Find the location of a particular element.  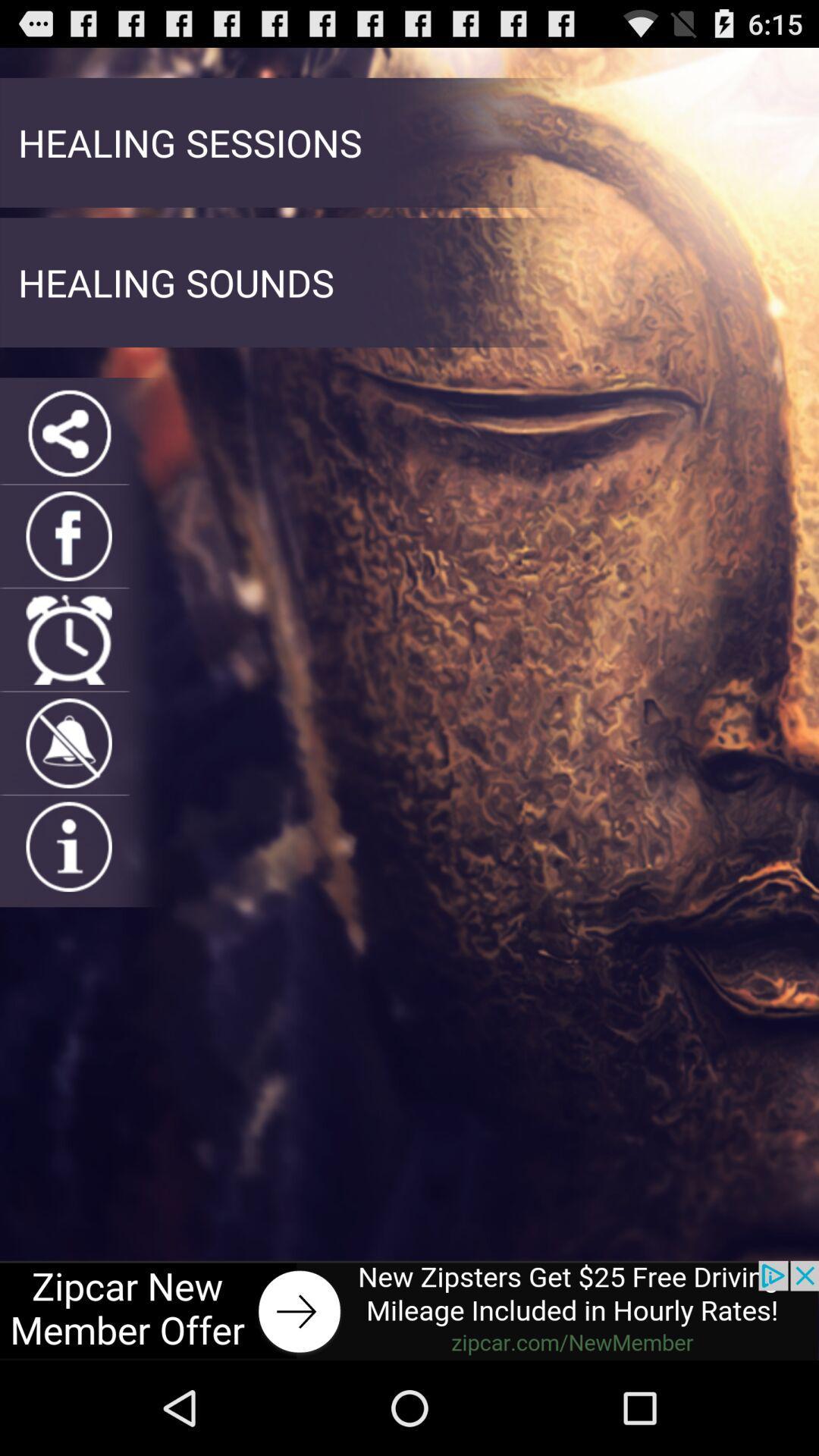

share is located at coordinates (69, 431).